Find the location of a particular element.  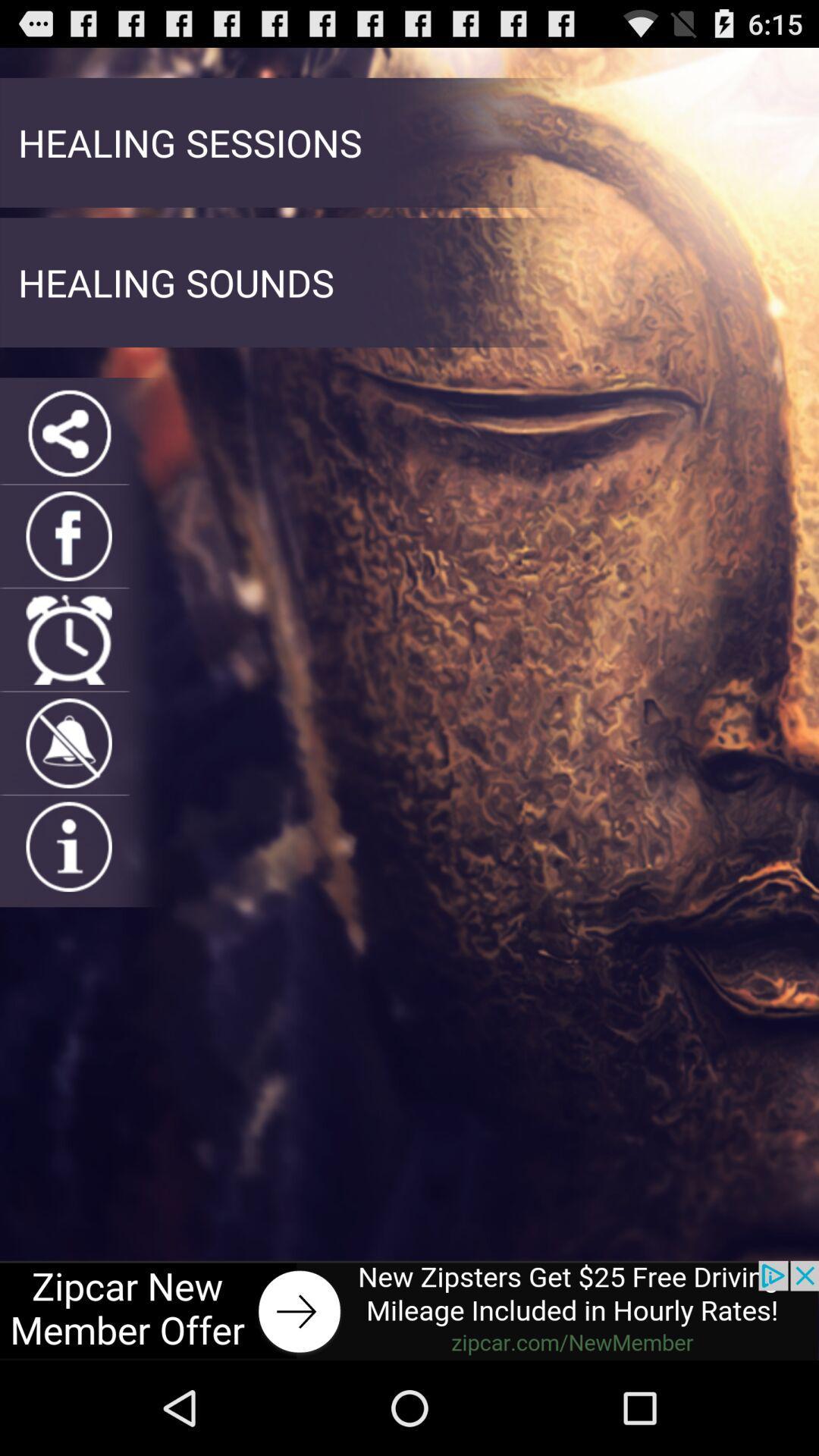

share is located at coordinates (69, 431).